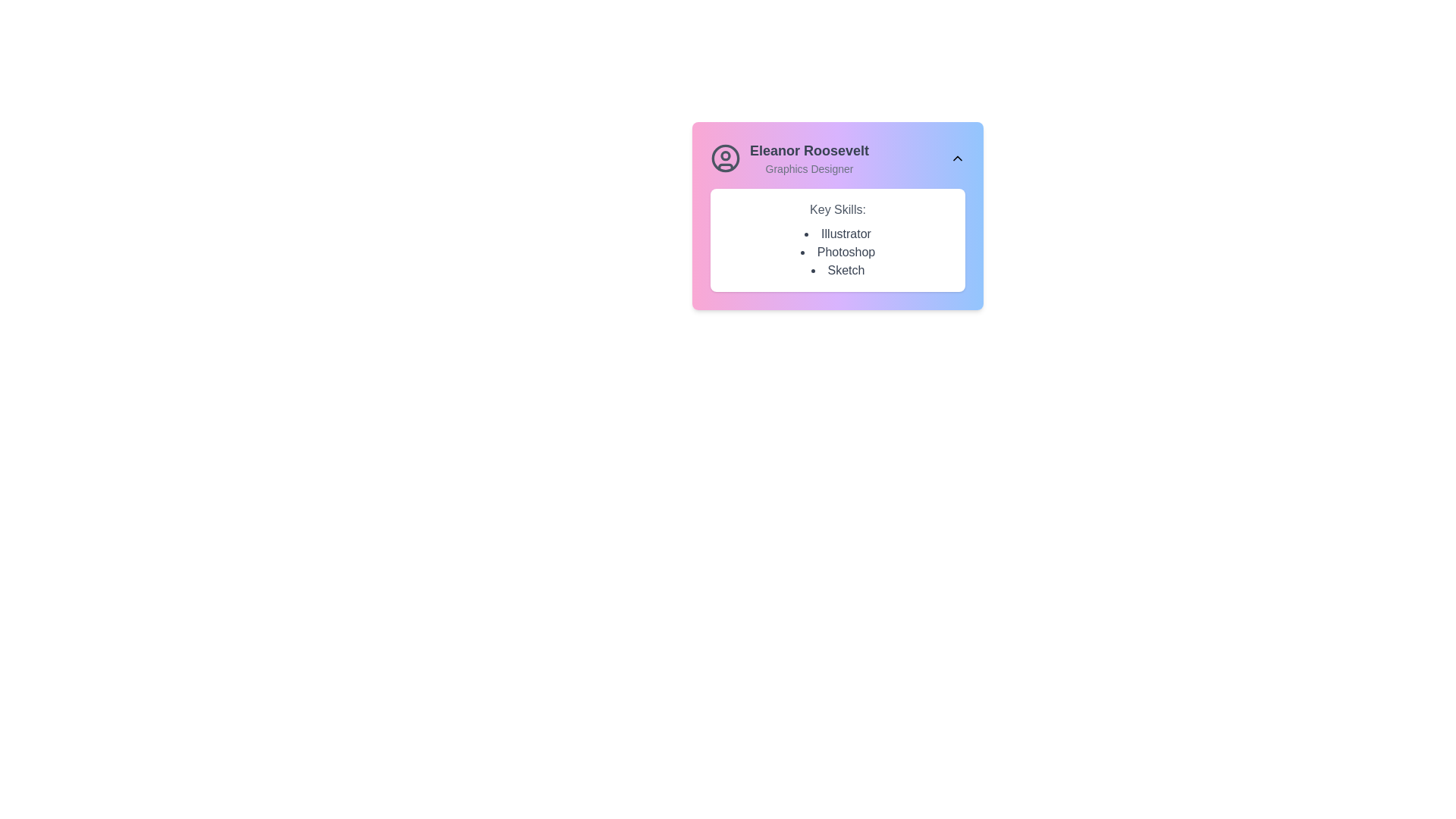  Describe the element at coordinates (836, 158) in the screenshot. I see `the header composite UI component that provides key information about the person, including their name and title` at that location.